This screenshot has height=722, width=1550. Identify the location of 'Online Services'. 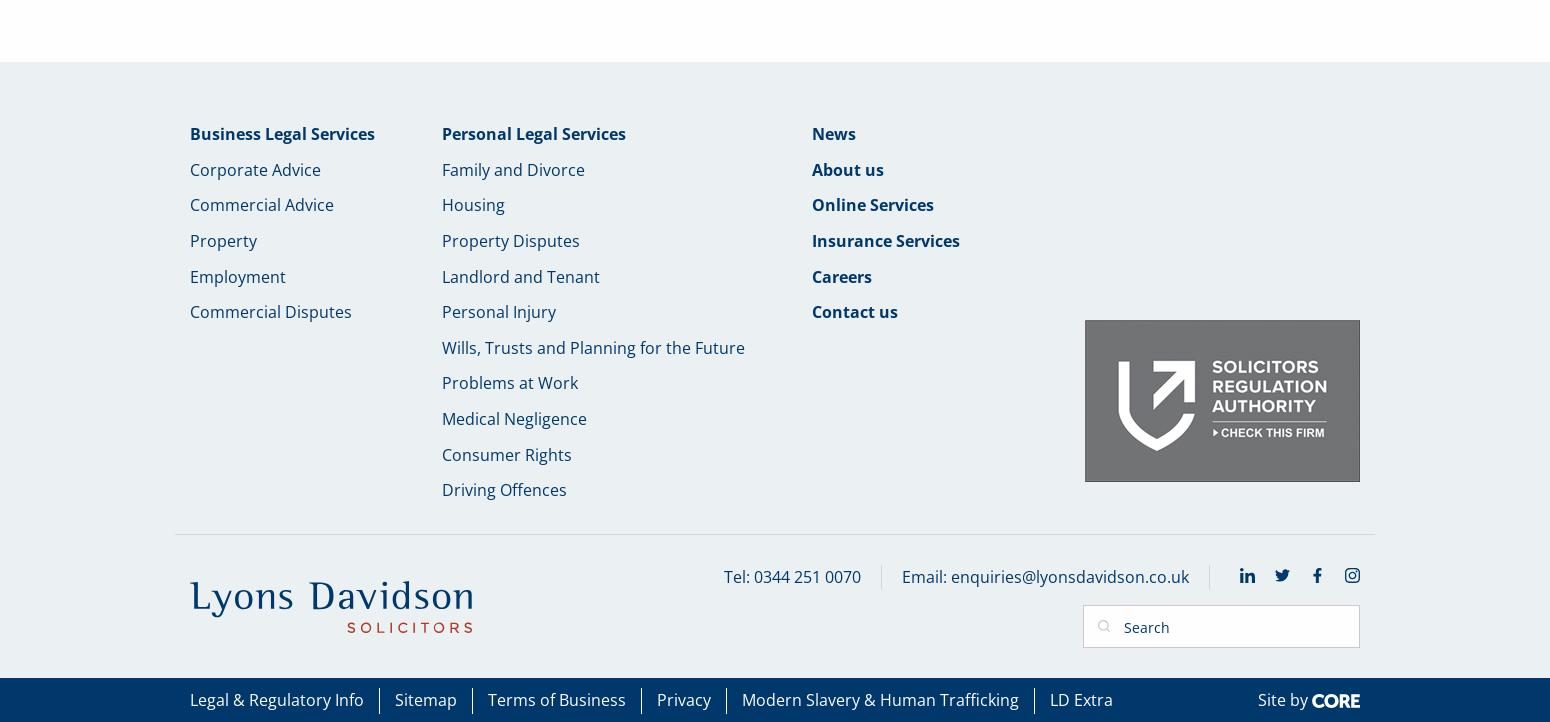
(811, 203).